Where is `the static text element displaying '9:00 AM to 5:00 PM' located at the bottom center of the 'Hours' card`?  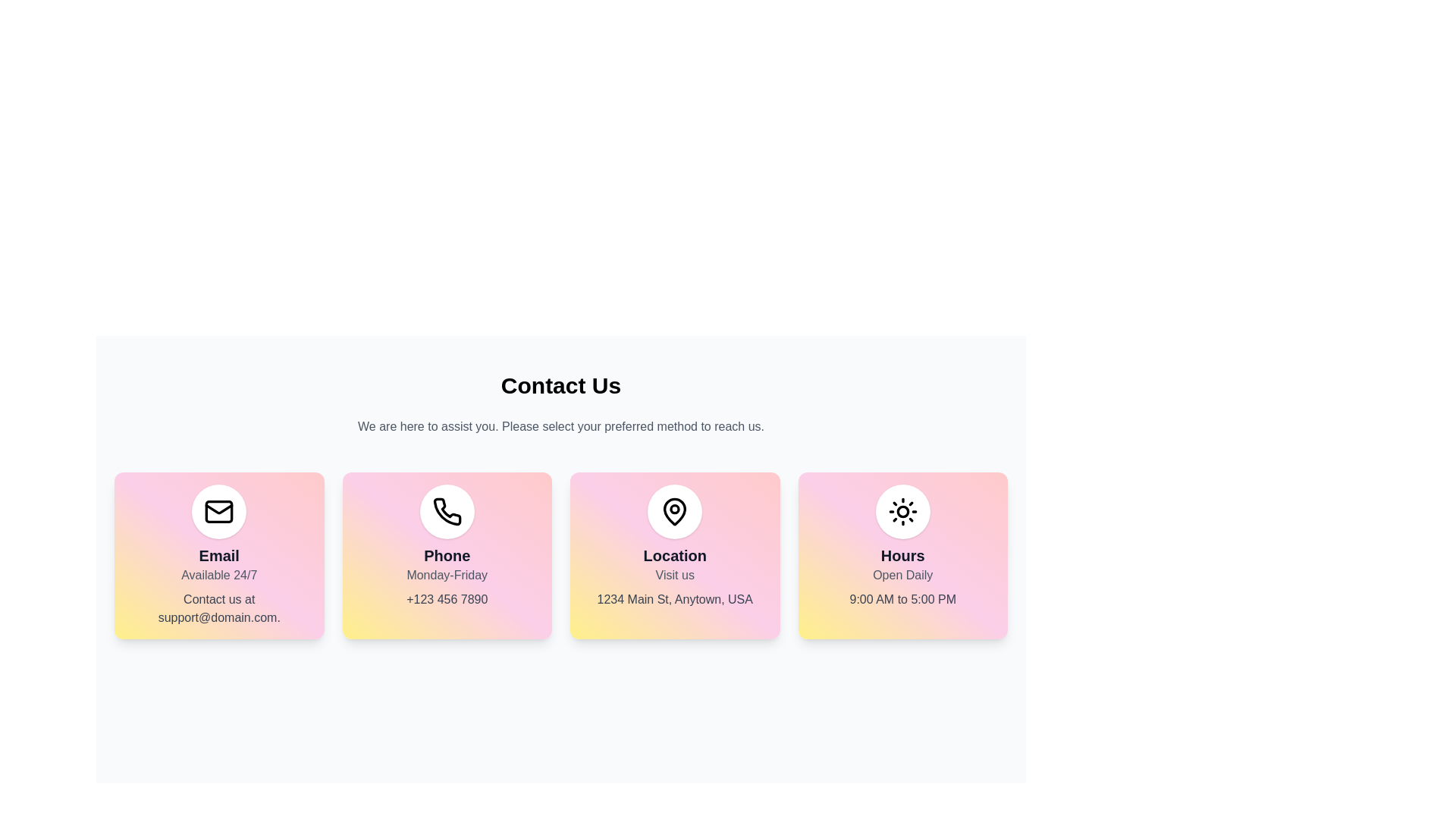 the static text element displaying '9:00 AM to 5:00 PM' located at the bottom center of the 'Hours' card is located at coordinates (902, 598).